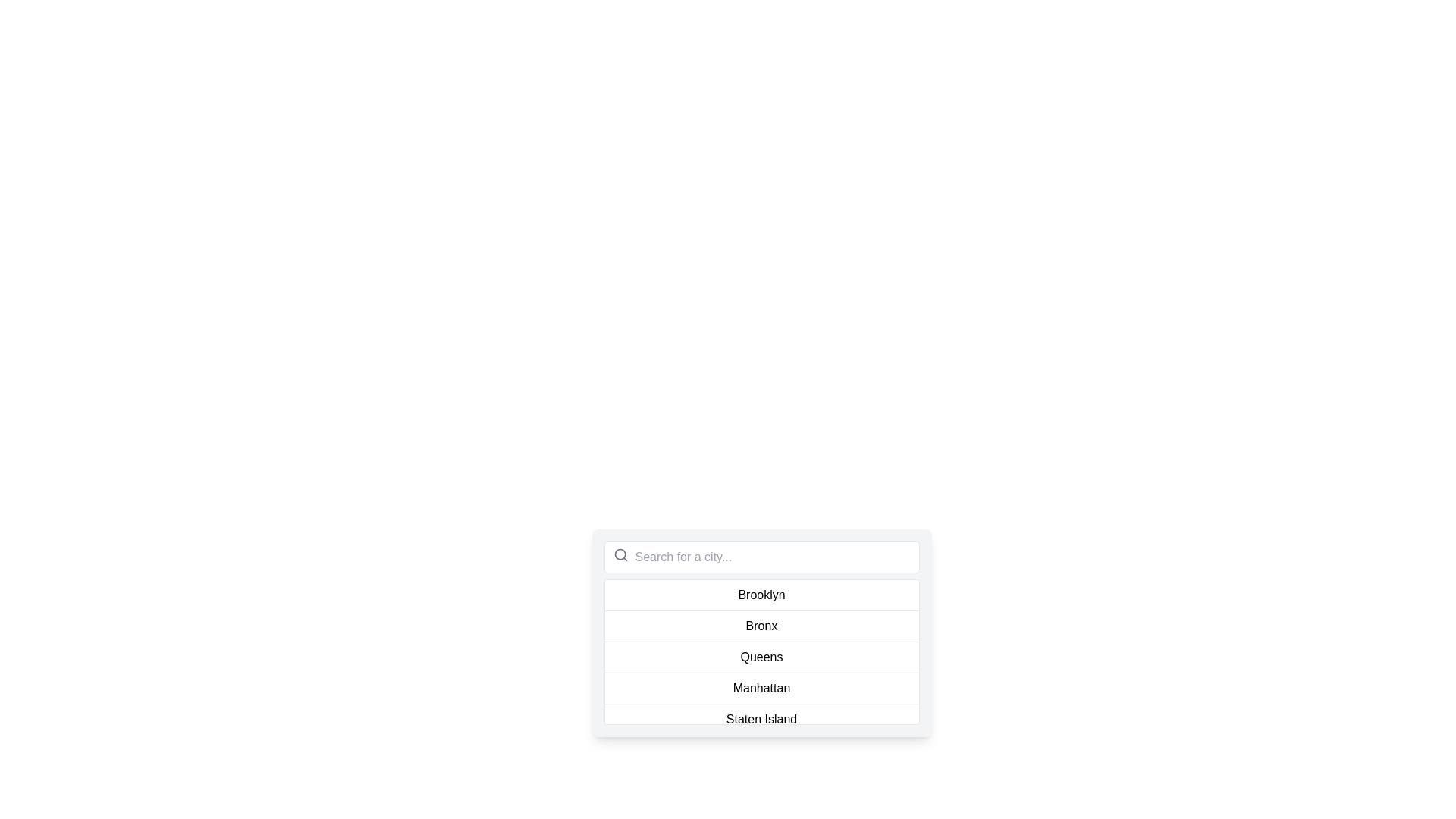 The image size is (1456, 819). Describe the element at coordinates (761, 688) in the screenshot. I see `the fourth item in the dropdown menu representing the city 'Manhattan'` at that location.